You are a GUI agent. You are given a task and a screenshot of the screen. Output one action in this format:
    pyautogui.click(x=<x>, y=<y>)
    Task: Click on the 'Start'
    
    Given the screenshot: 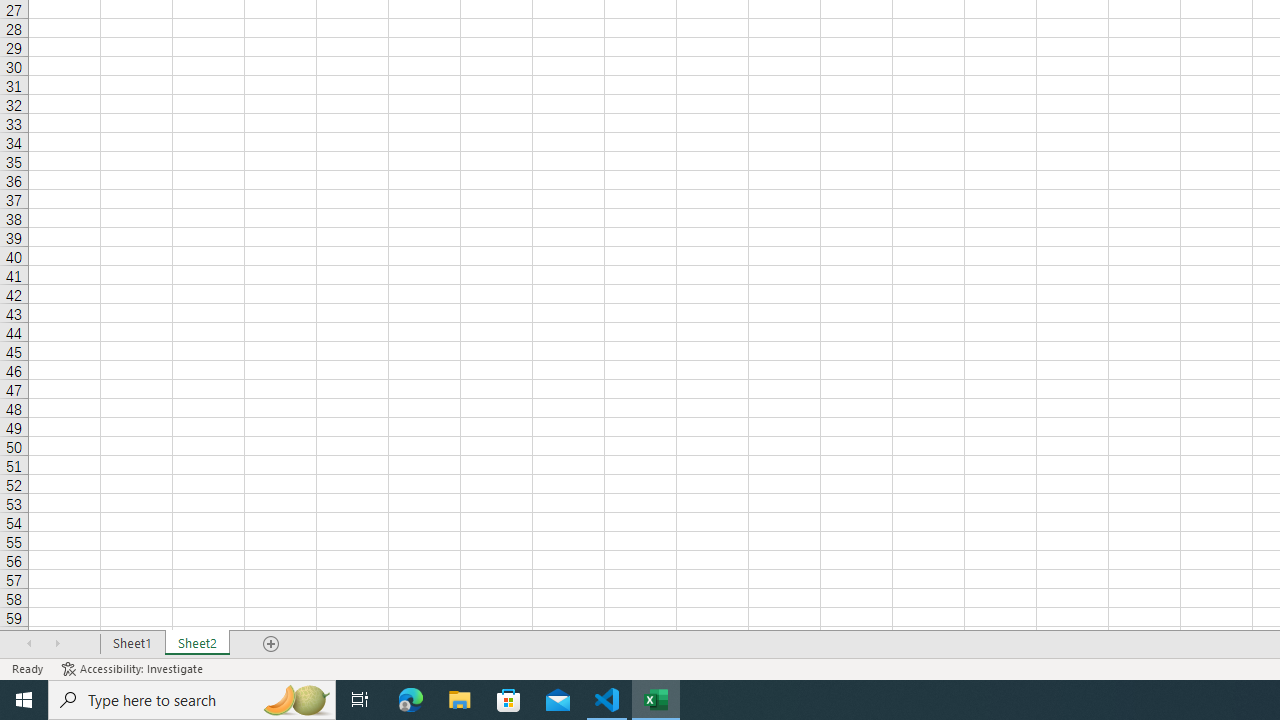 What is the action you would take?
    pyautogui.click(x=24, y=698)
    